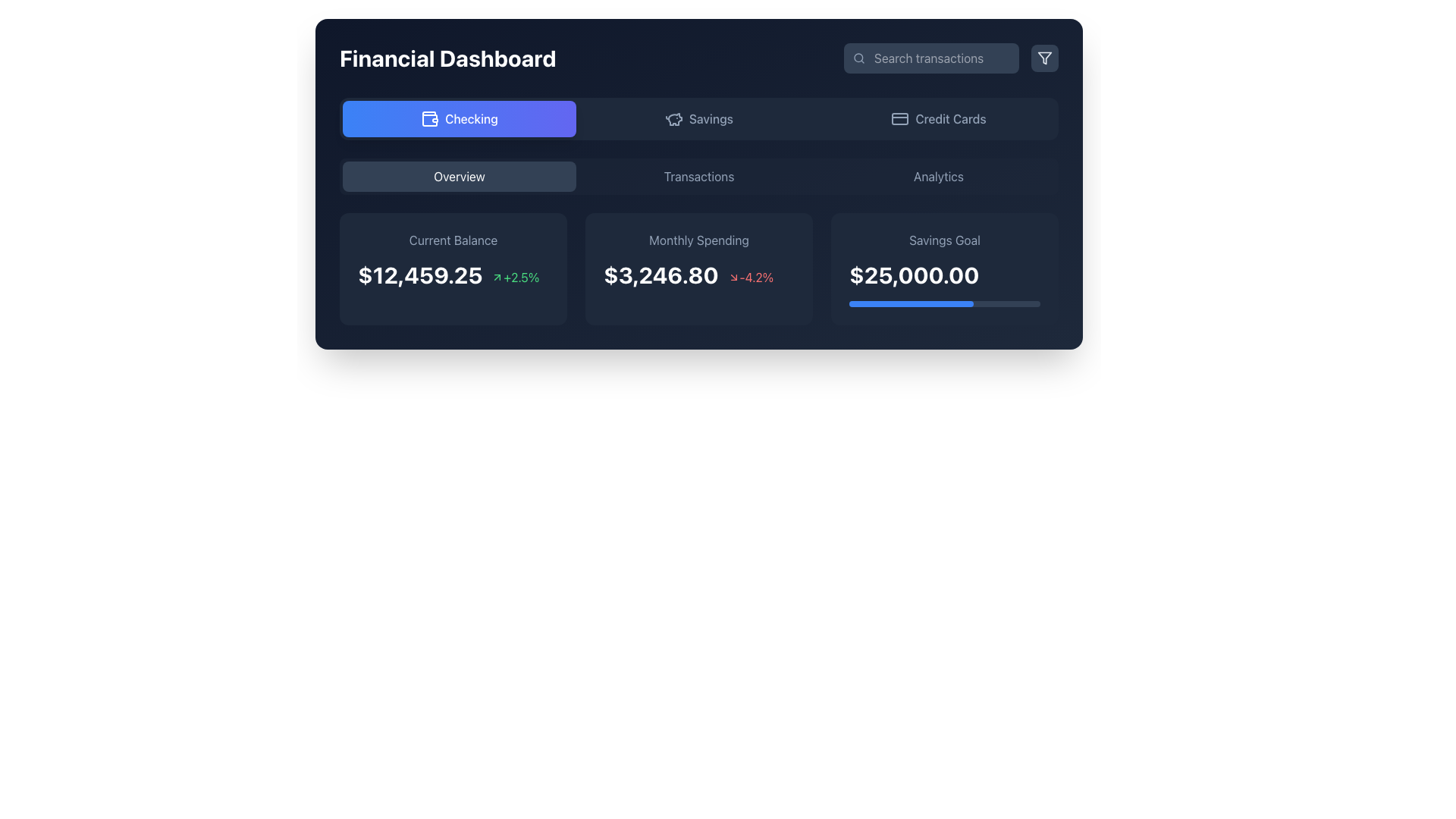 This screenshot has width=1456, height=819. Describe the element at coordinates (938, 175) in the screenshot. I see `the navigation link styled as a button, which is the last item in the horizontal navigation menu` at that location.